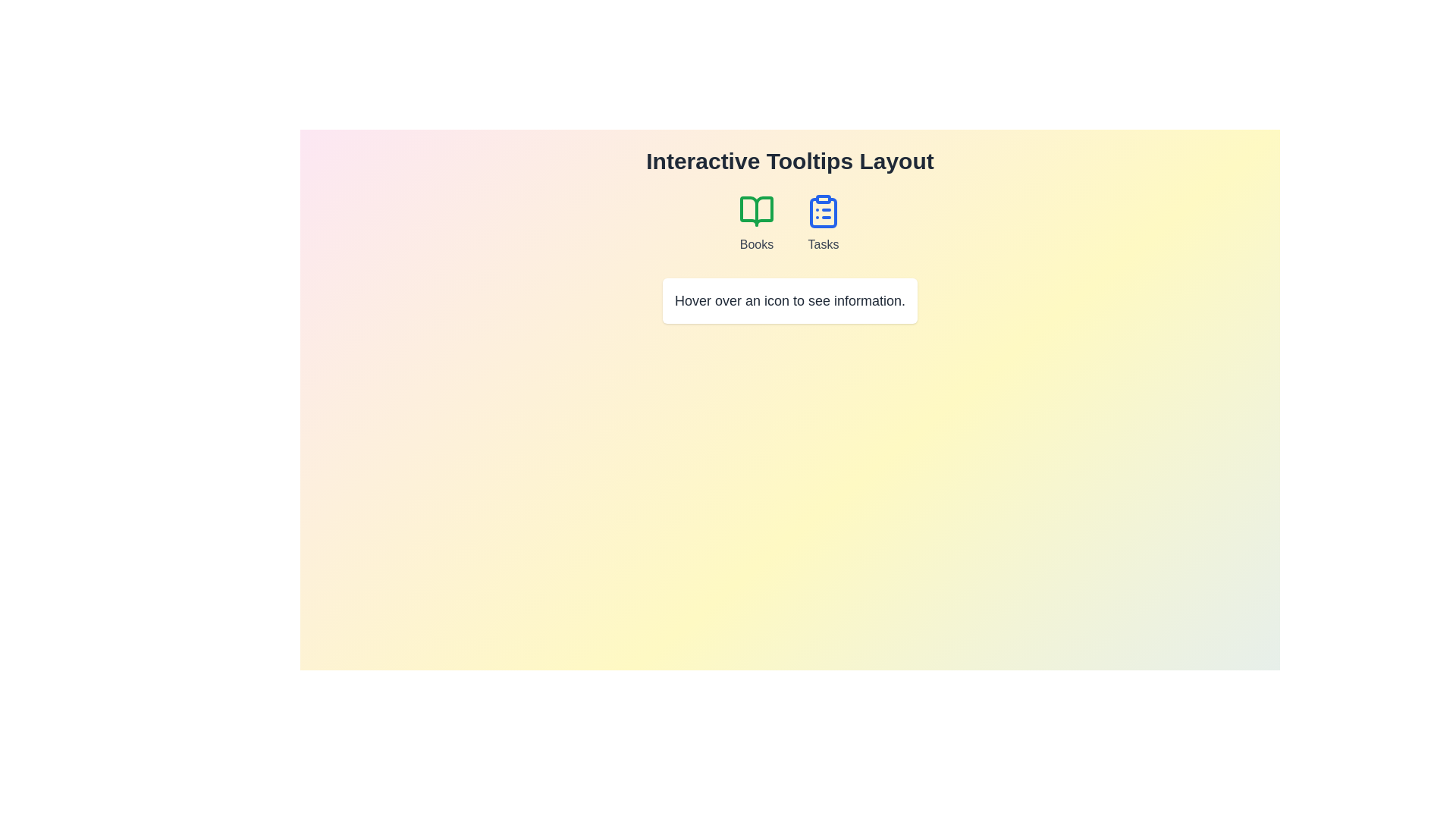 This screenshot has height=819, width=1456. I want to click on the open book icon with a green outline located centrally in the upper half of the interface, associated with the label 'Books', so click(757, 211).